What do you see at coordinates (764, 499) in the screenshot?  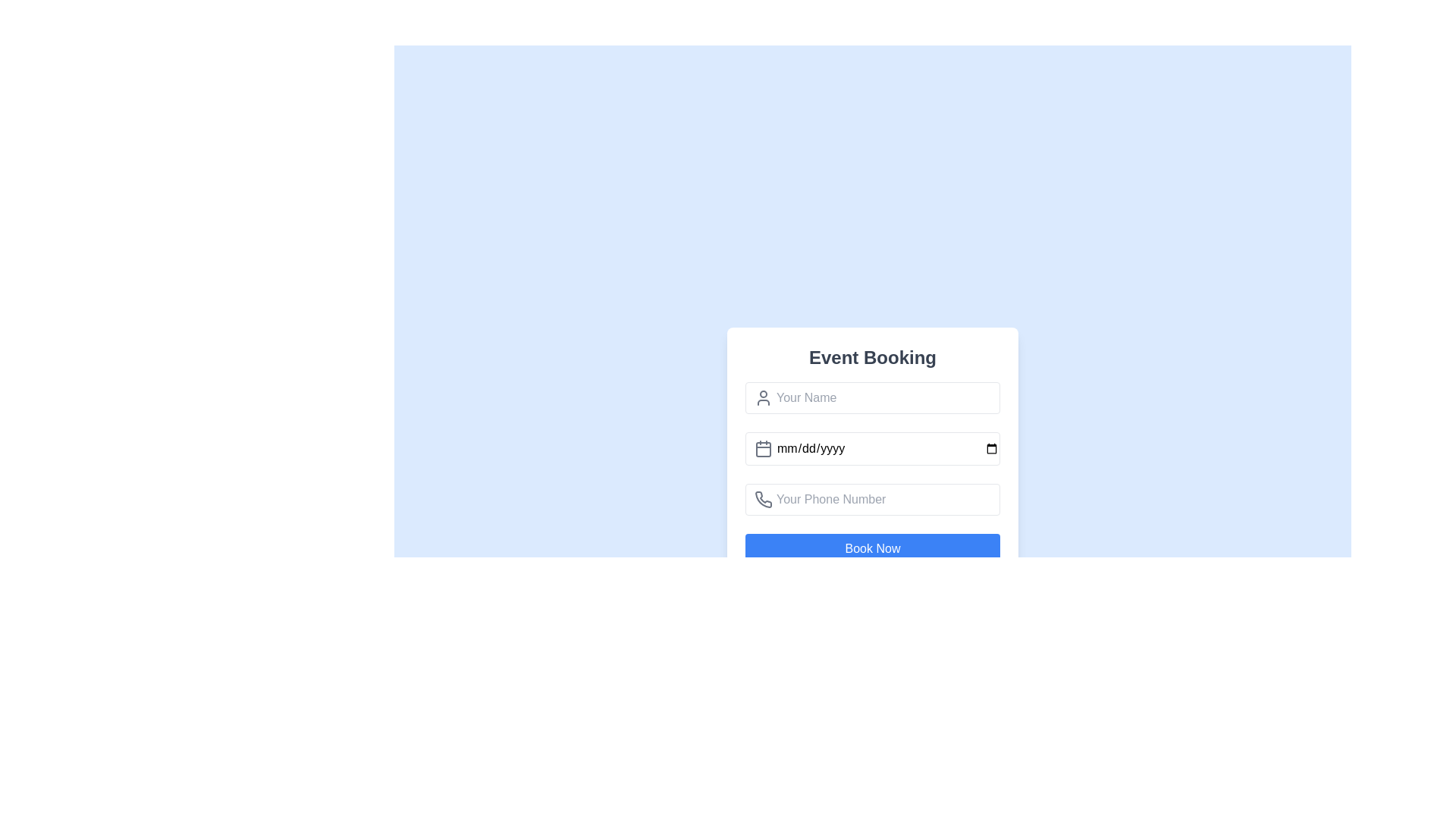 I see `the phone handset icon, which is a minimalistic gray outline located to the left of the phone number input field` at bounding box center [764, 499].